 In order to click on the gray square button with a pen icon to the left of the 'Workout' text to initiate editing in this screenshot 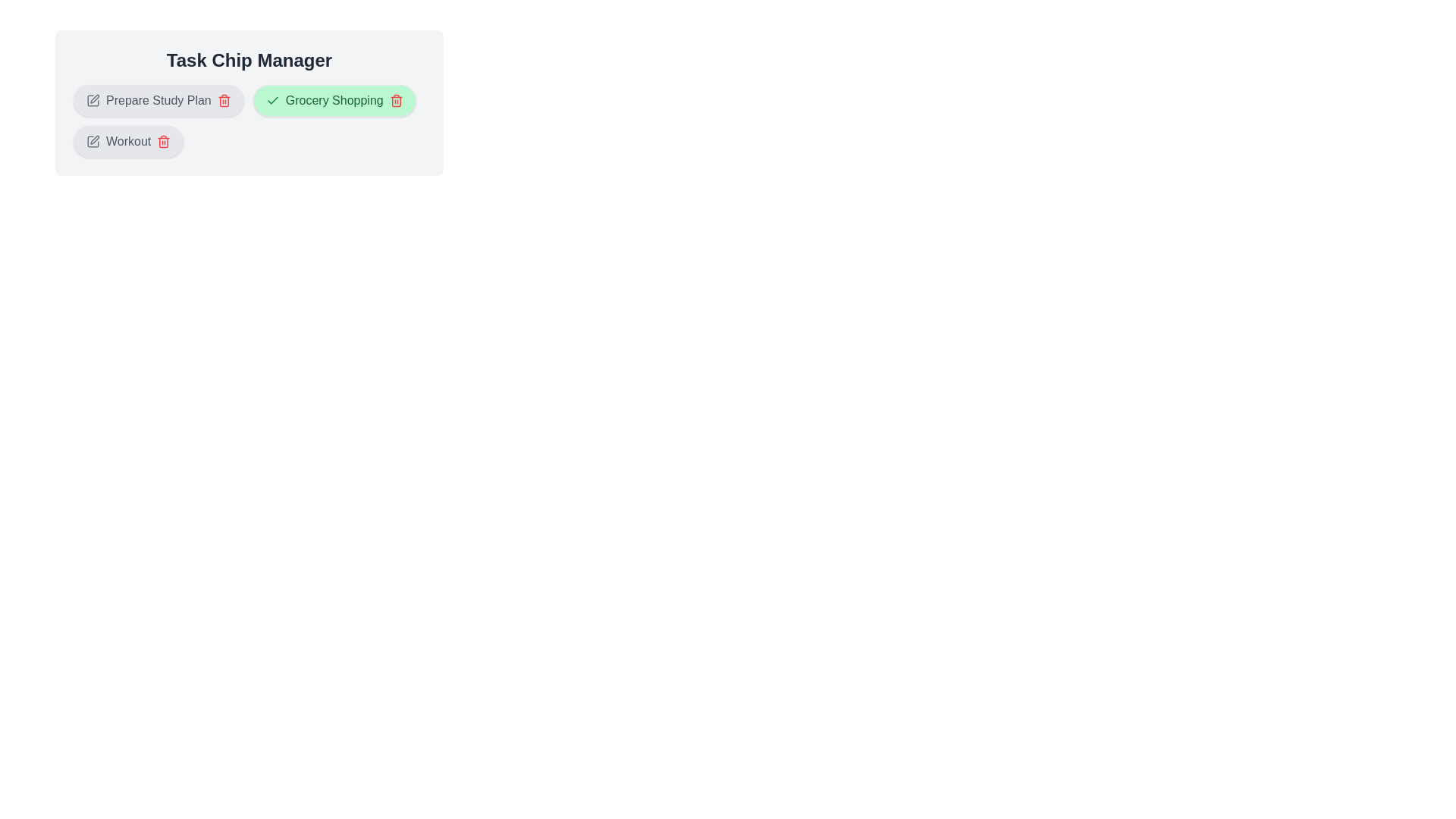, I will do `click(93, 141)`.